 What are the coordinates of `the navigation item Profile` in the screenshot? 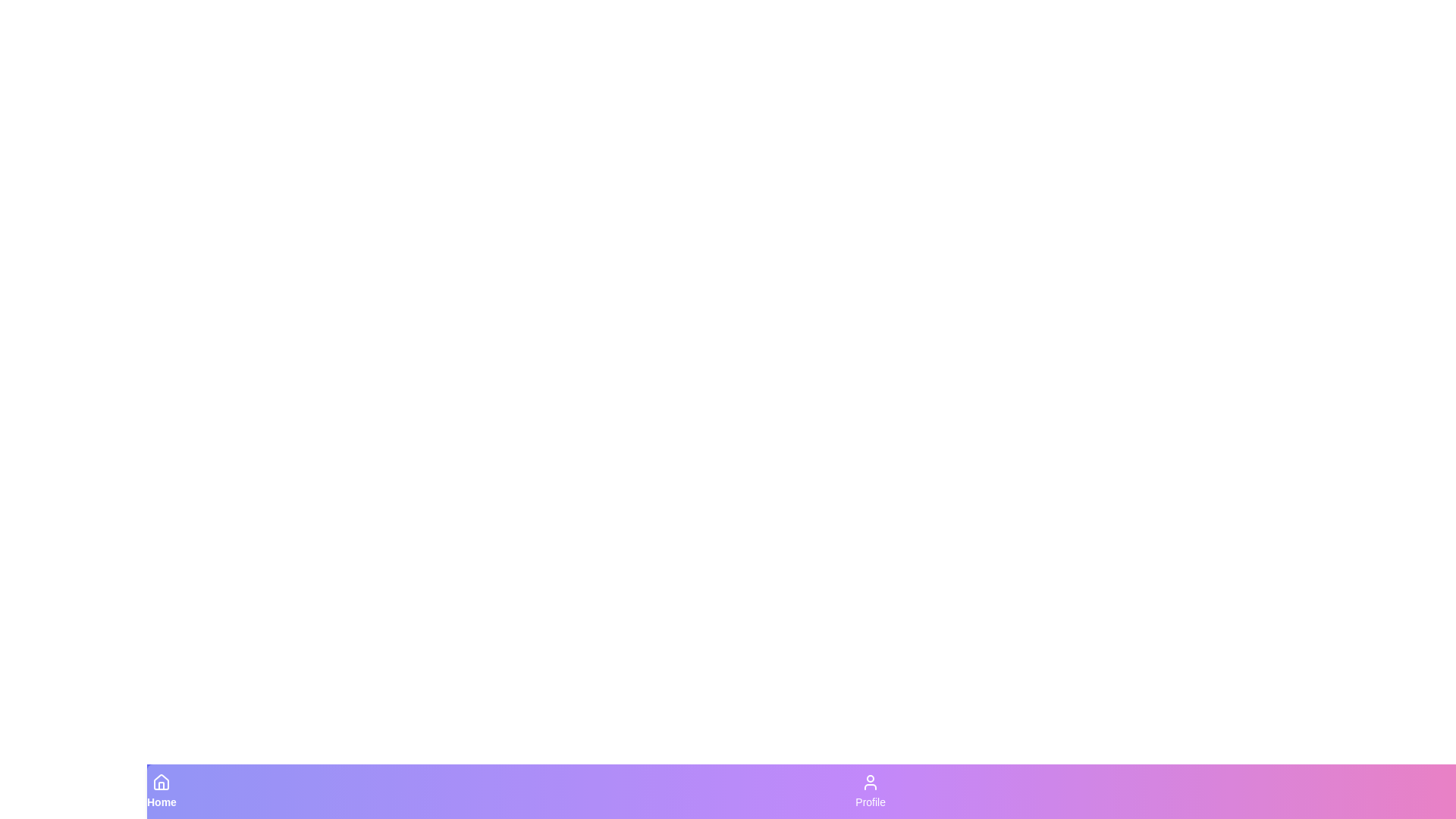 It's located at (870, 791).